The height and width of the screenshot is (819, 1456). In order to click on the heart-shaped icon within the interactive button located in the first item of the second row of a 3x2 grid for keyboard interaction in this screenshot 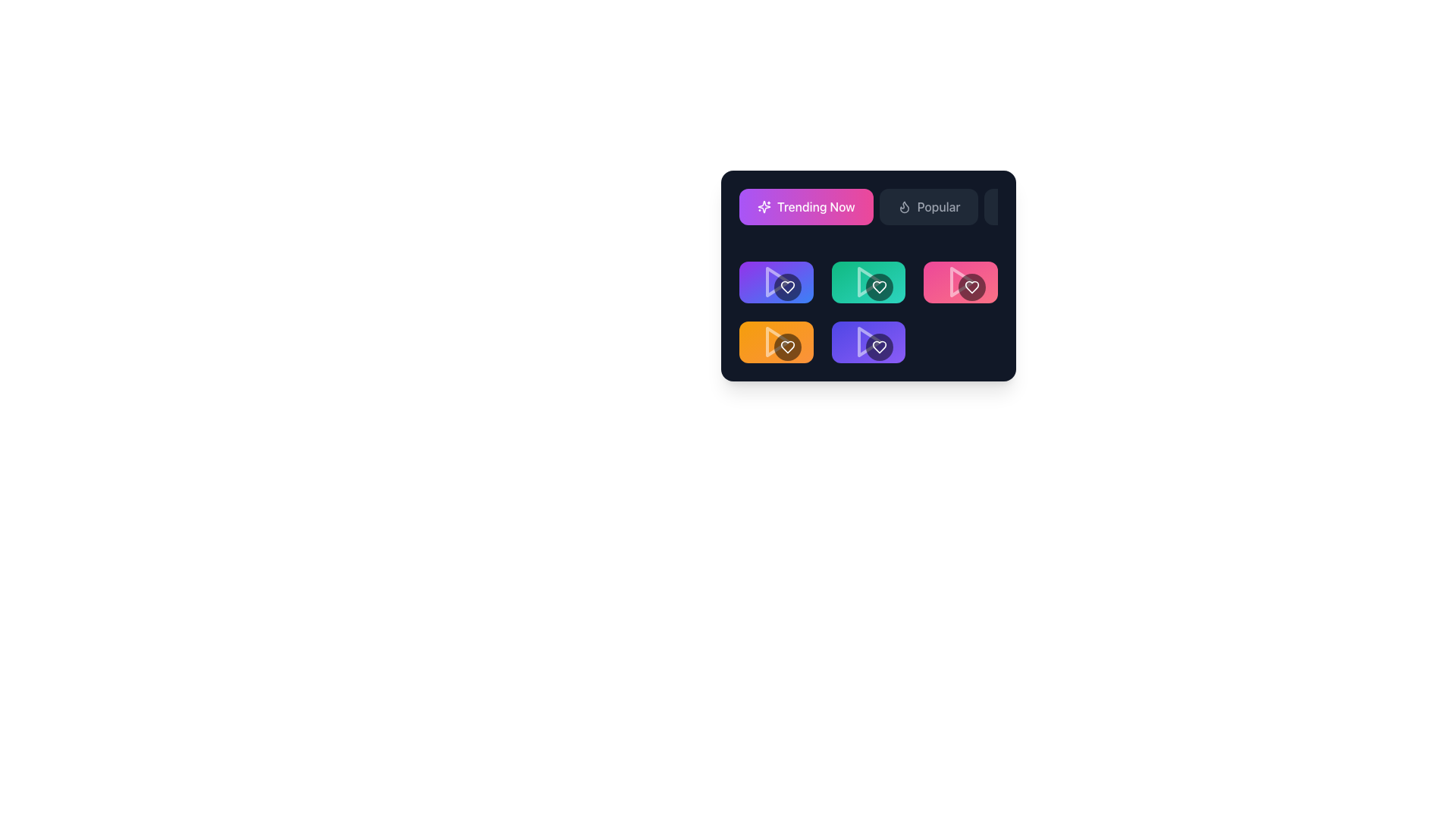, I will do `click(787, 287)`.